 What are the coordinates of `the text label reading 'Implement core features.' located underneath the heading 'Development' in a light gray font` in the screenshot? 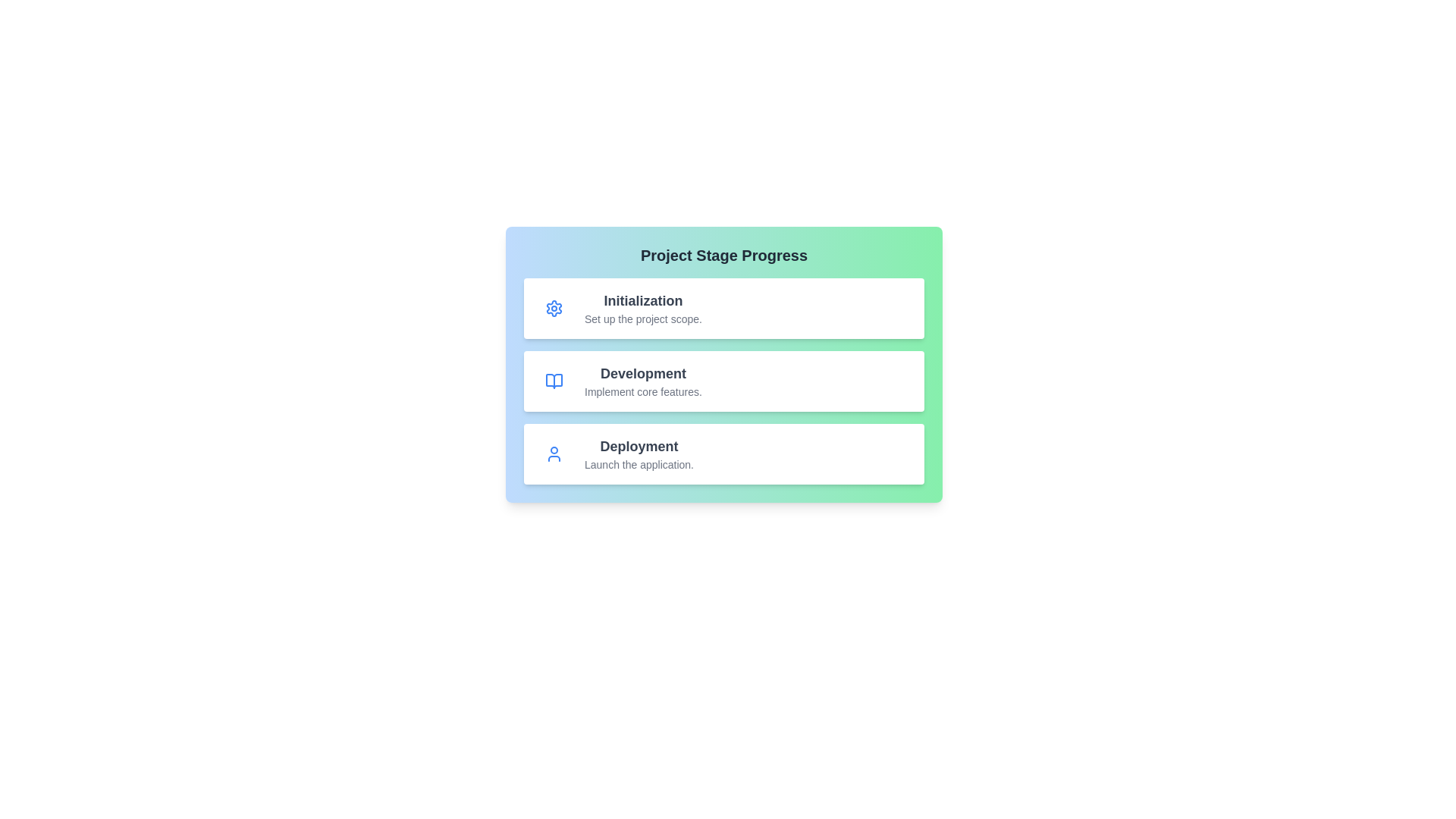 It's located at (643, 391).